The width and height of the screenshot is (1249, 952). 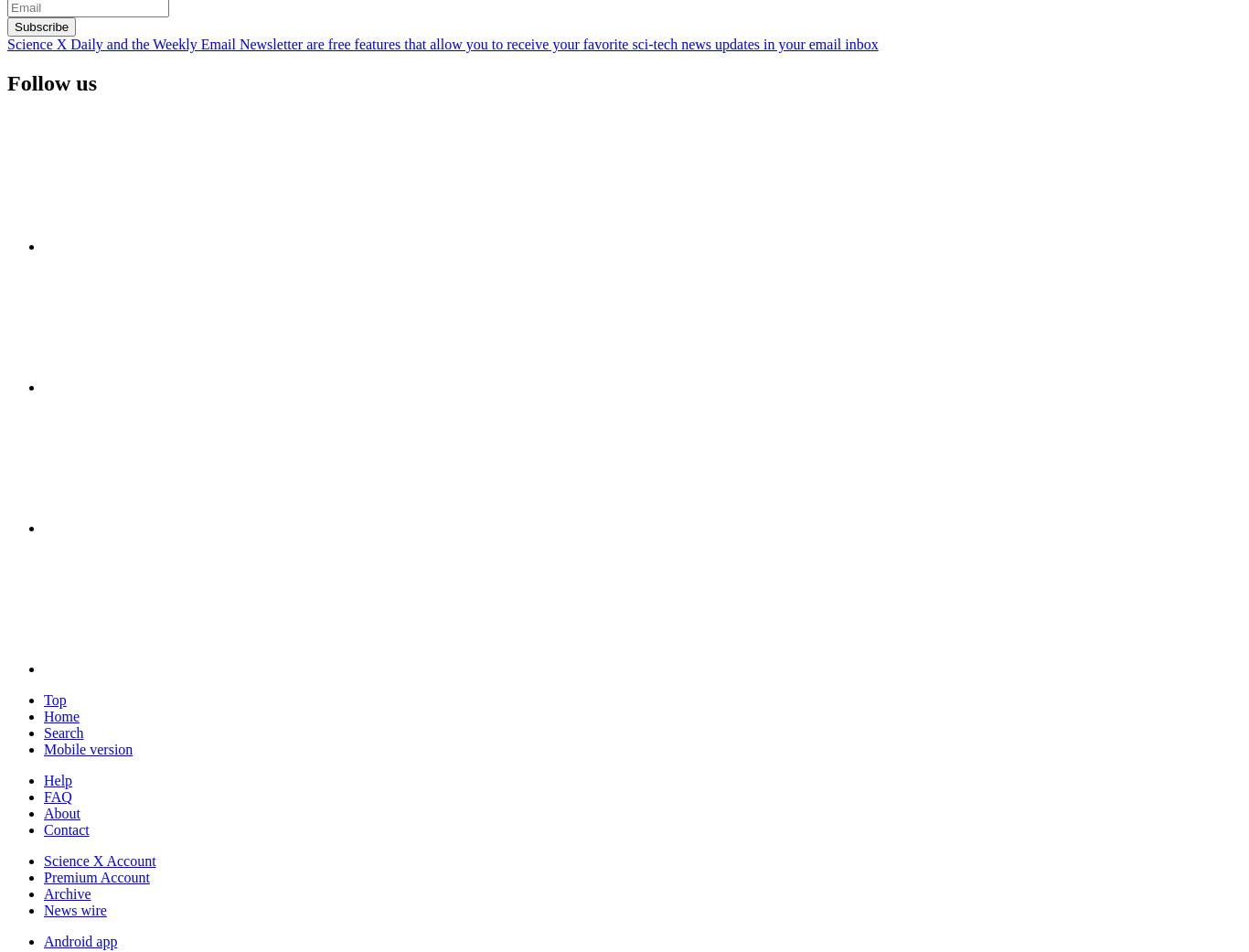 I want to click on 'Search', so click(x=63, y=732).